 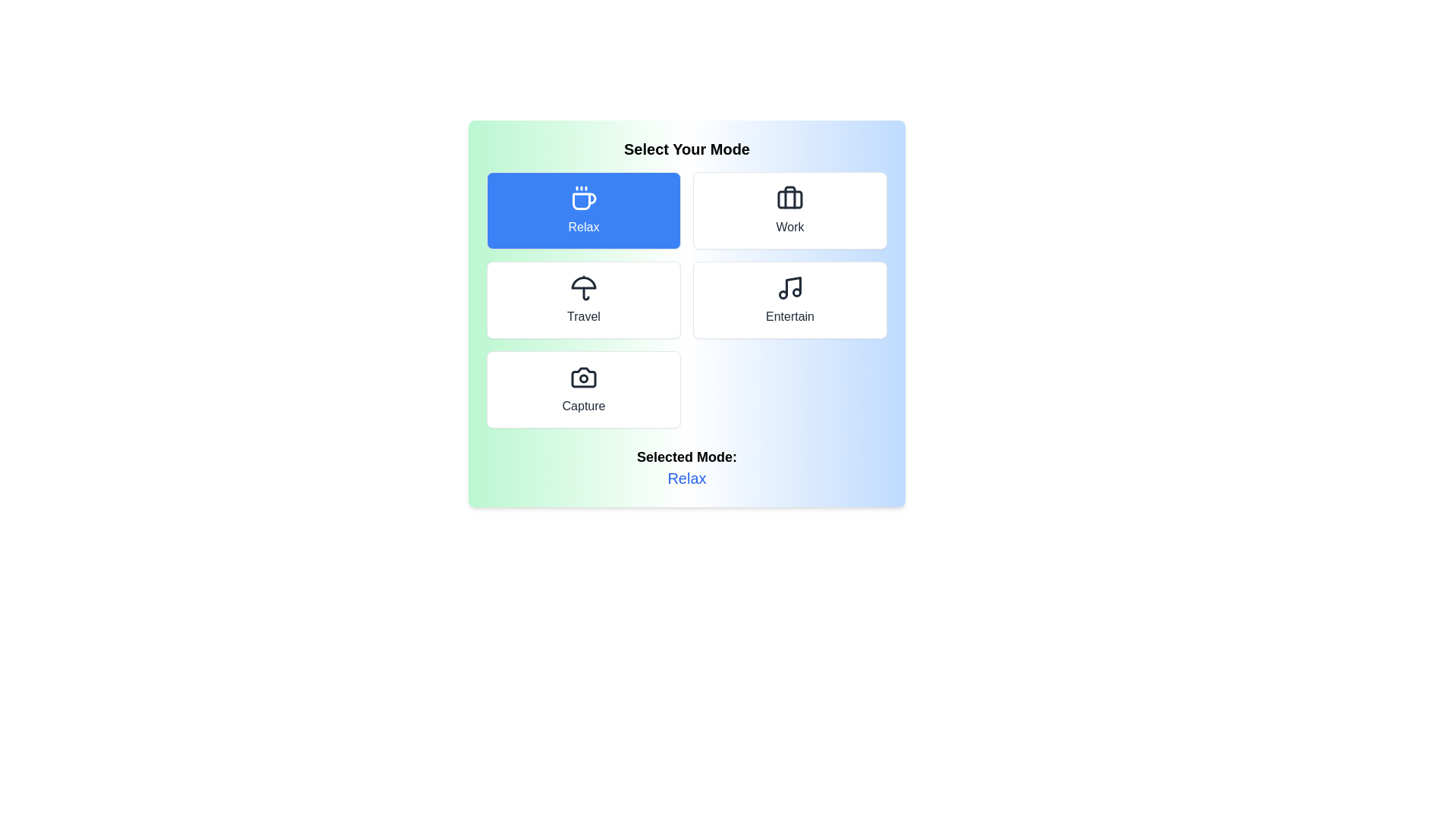 I want to click on the button labeled Entertain, so click(x=789, y=300).